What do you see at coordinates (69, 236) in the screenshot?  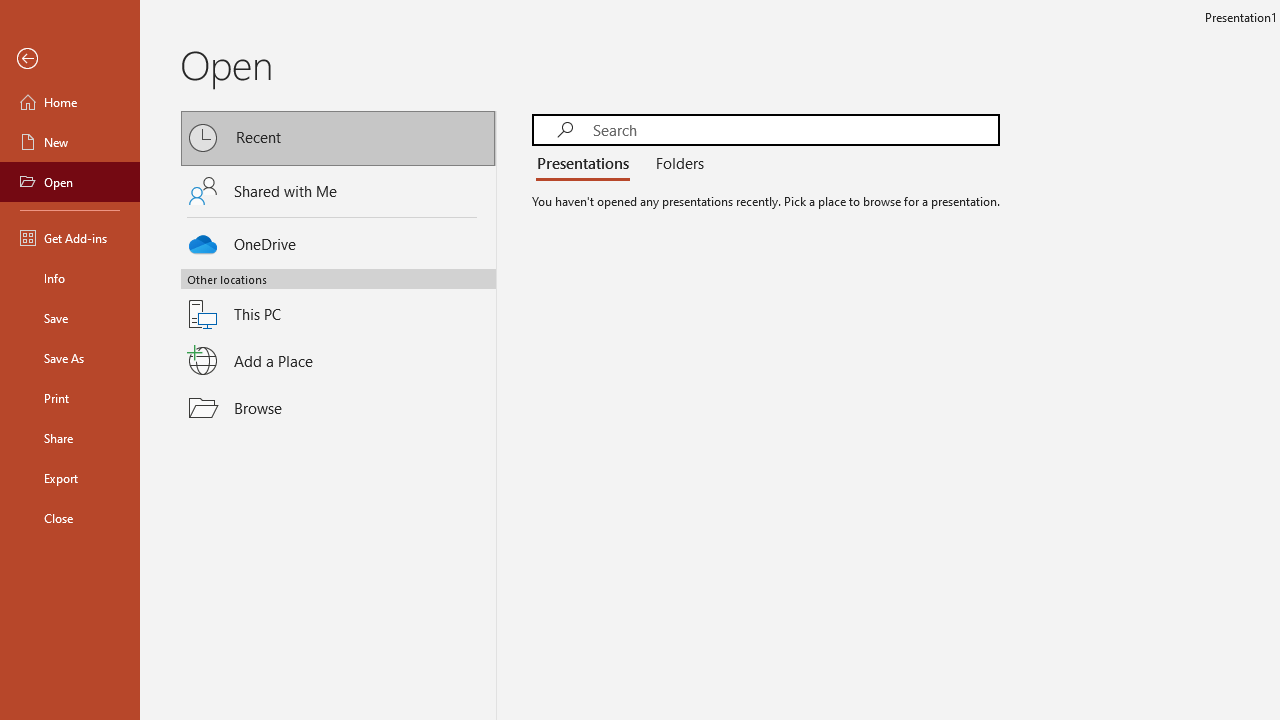 I see `'Get Add-ins'` at bounding box center [69, 236].